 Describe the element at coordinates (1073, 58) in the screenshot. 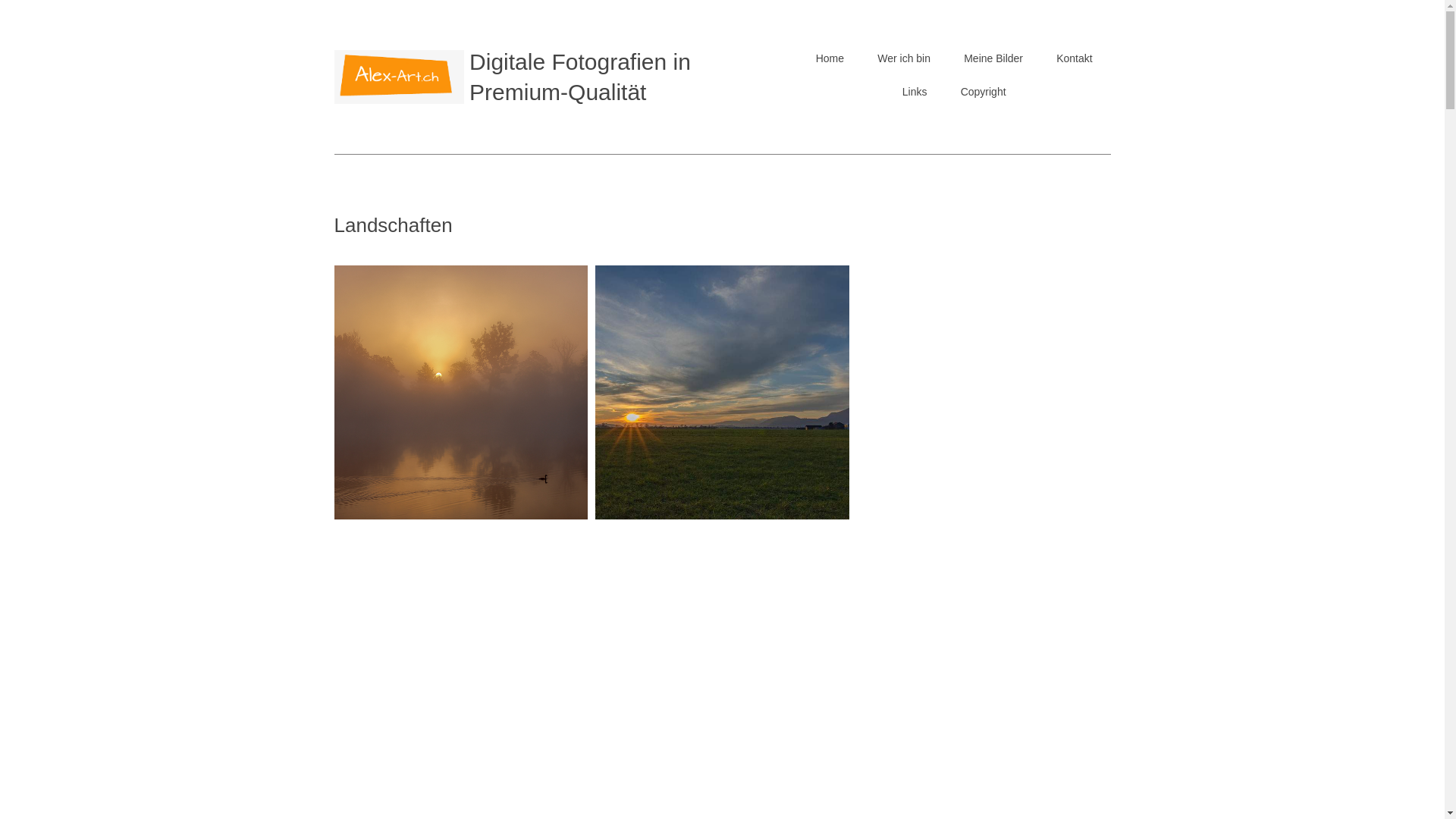

I see `'Kontakt'` at that location.